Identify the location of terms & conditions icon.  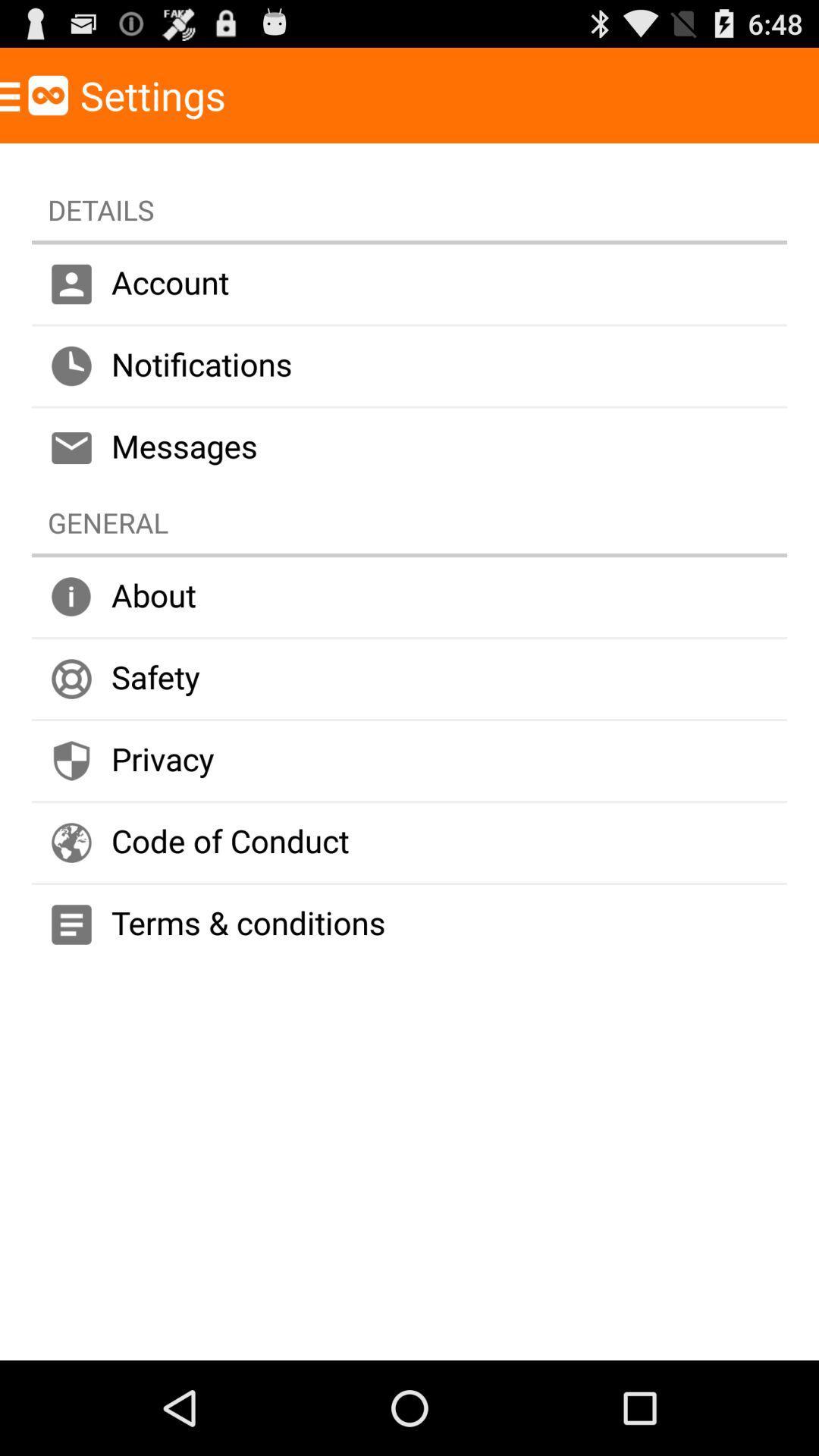
(409, 924).